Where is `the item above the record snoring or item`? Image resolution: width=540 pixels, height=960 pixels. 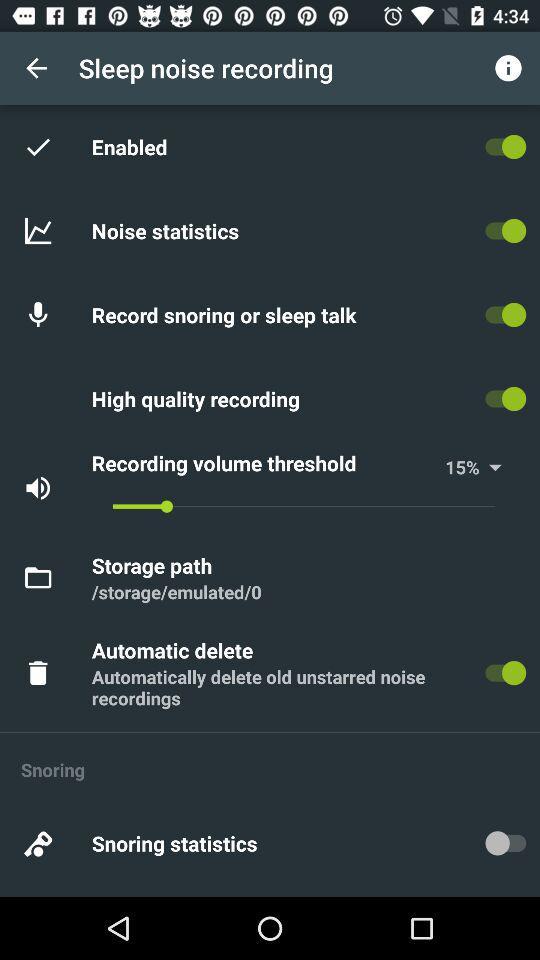 the item above the record snoring or item is located at coordinates (167, 230).